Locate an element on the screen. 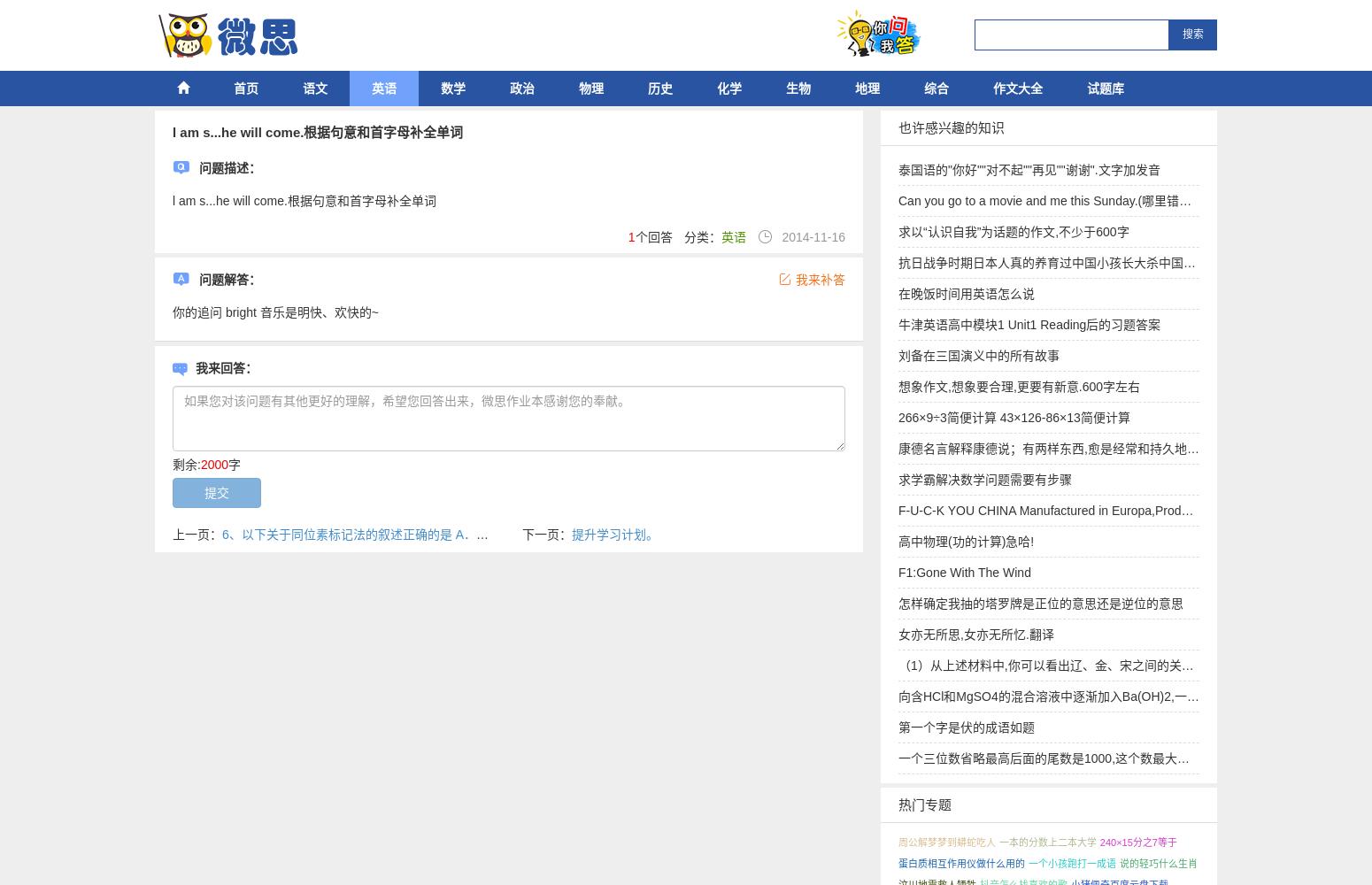 The width and height of the screenshot is (1372, 885). '1' is located at coordinates (627, 237).